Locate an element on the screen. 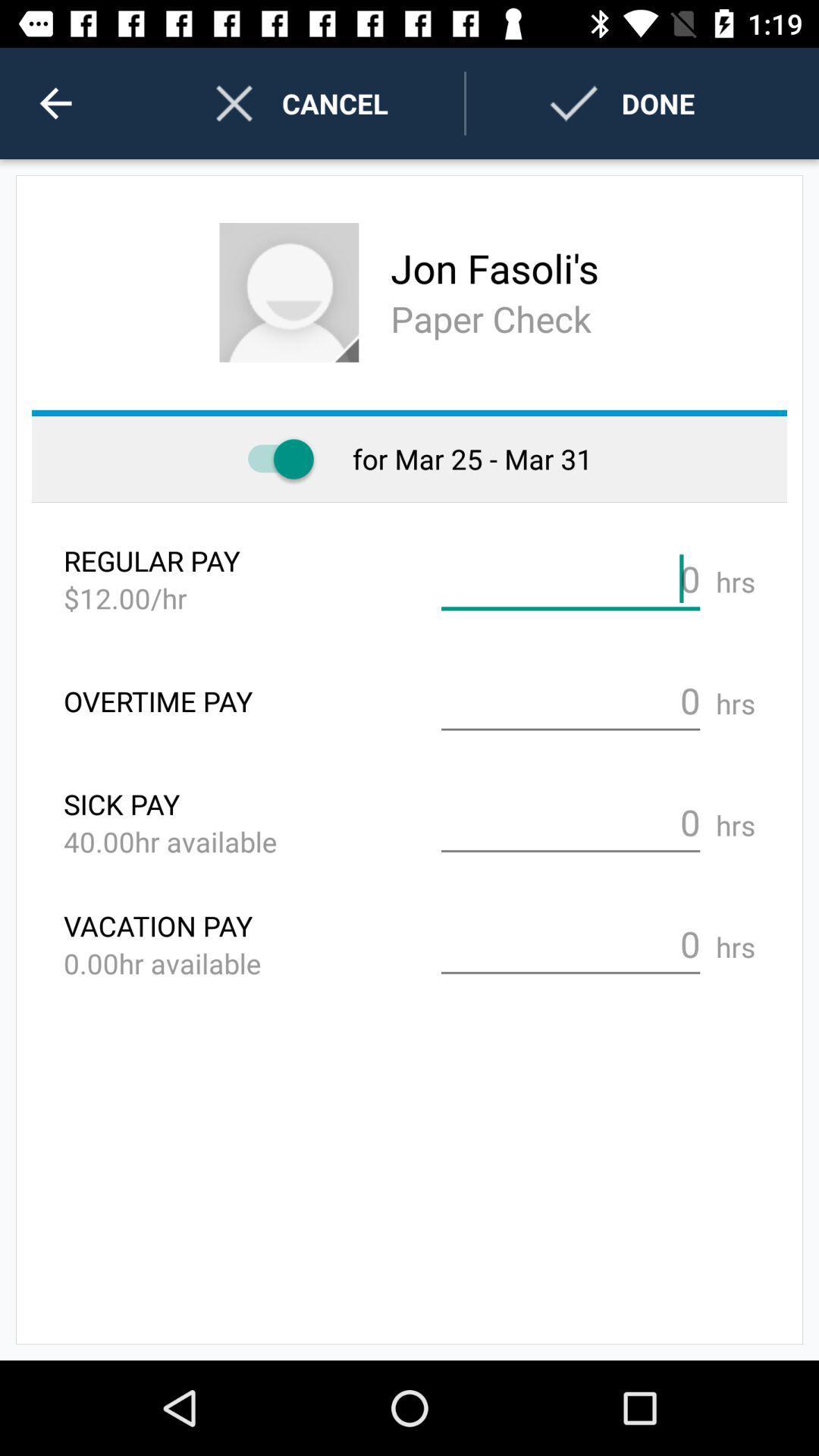  overtime is located at coordinates (570, 700).